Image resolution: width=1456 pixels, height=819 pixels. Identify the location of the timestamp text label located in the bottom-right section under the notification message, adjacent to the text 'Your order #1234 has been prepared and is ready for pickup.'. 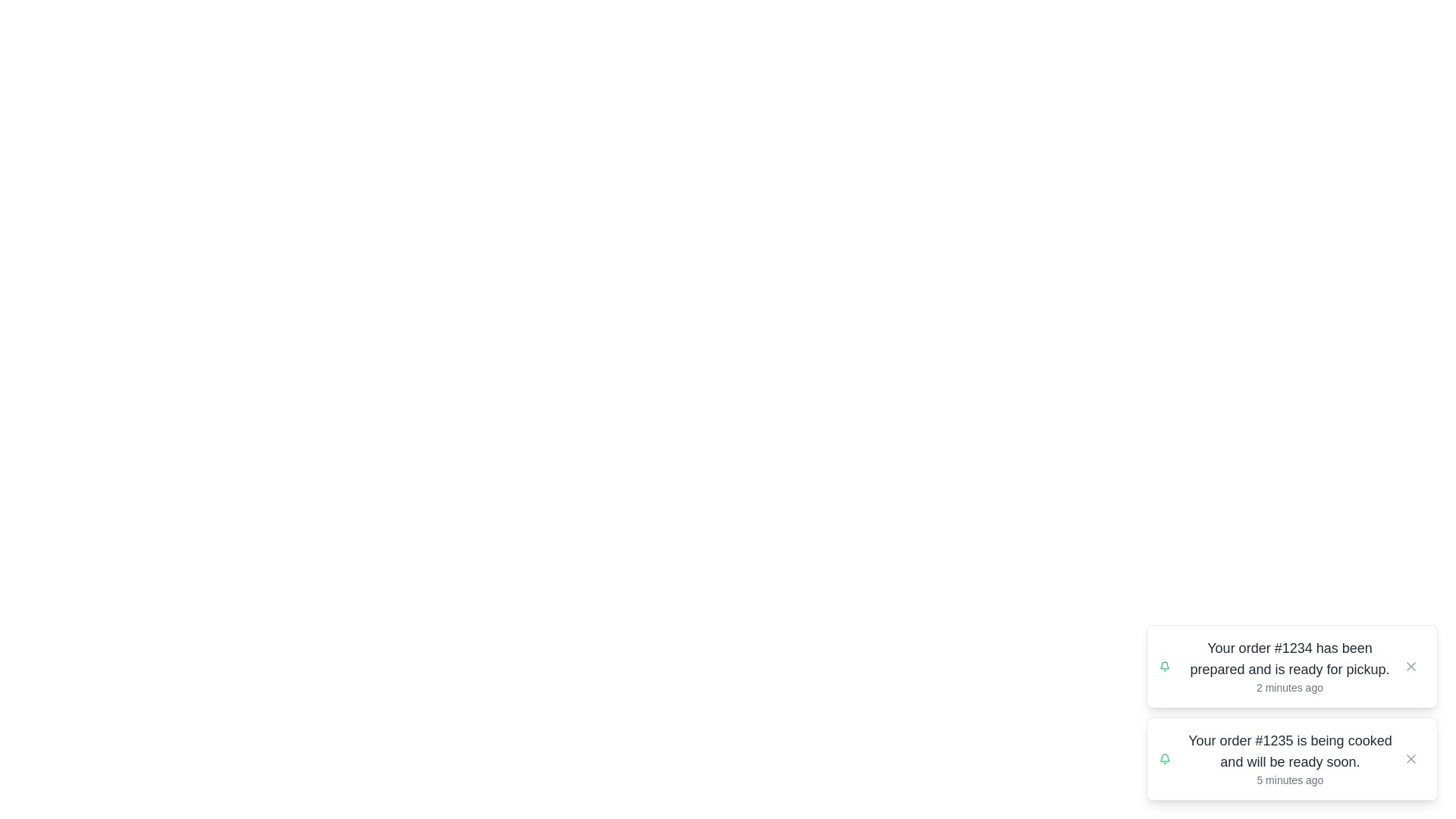
(1288, 687).